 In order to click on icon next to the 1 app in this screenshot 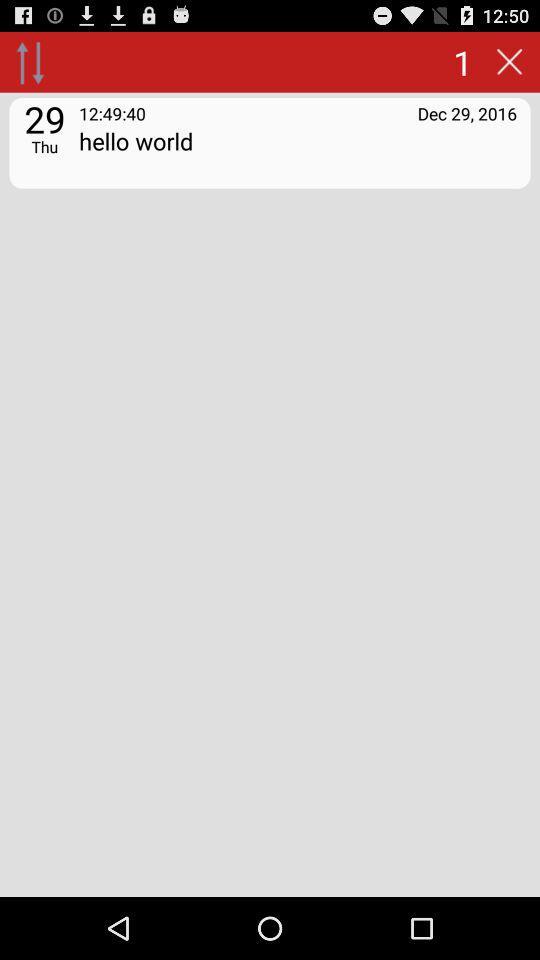, I will do `click(509, 61)`.